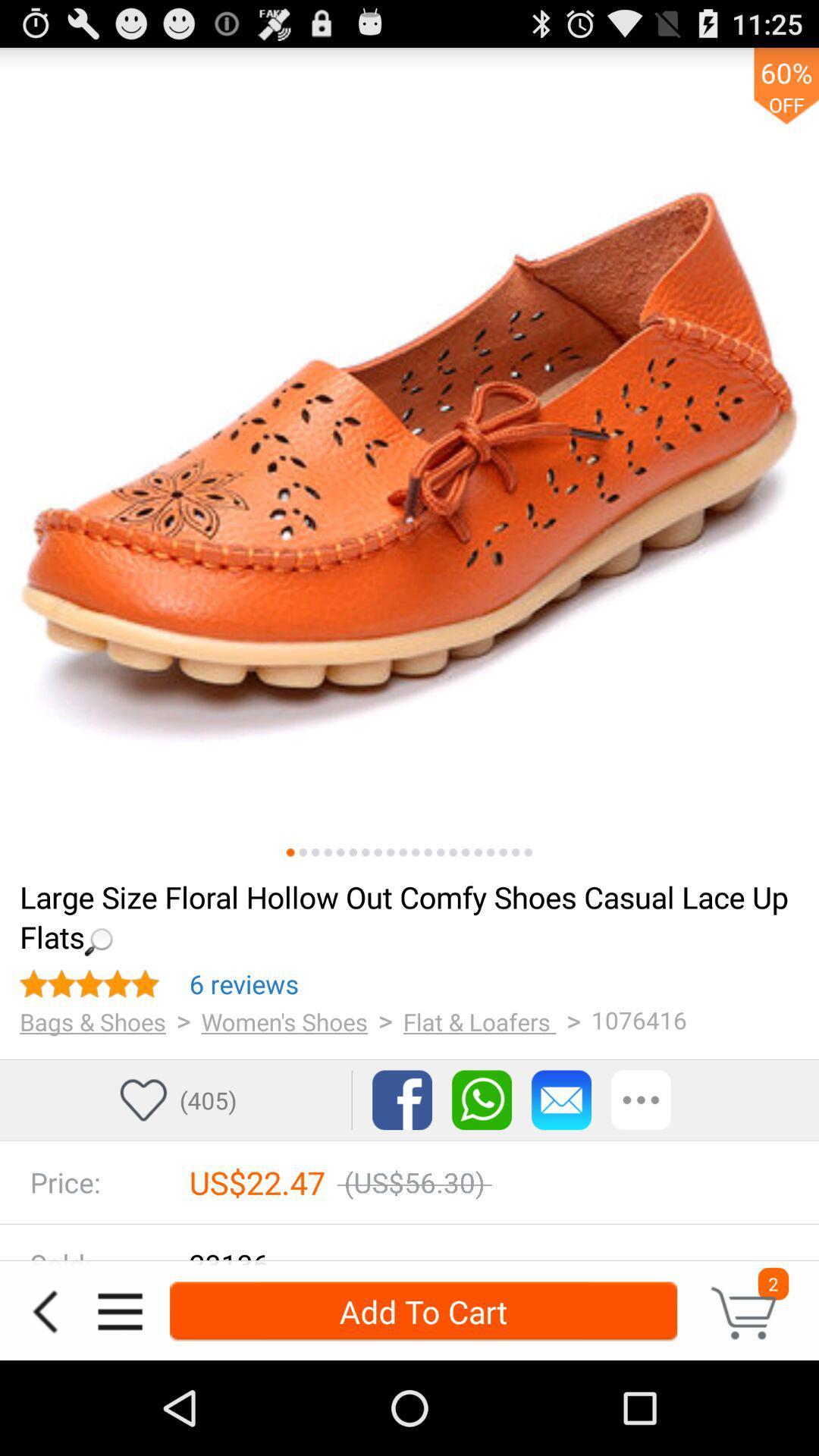 This screenshot has height=1456, width=819. What do you see at coordinates (315, 852) in the screenshot?
I see `item above loading... icon` at bounding box center [315, 852].